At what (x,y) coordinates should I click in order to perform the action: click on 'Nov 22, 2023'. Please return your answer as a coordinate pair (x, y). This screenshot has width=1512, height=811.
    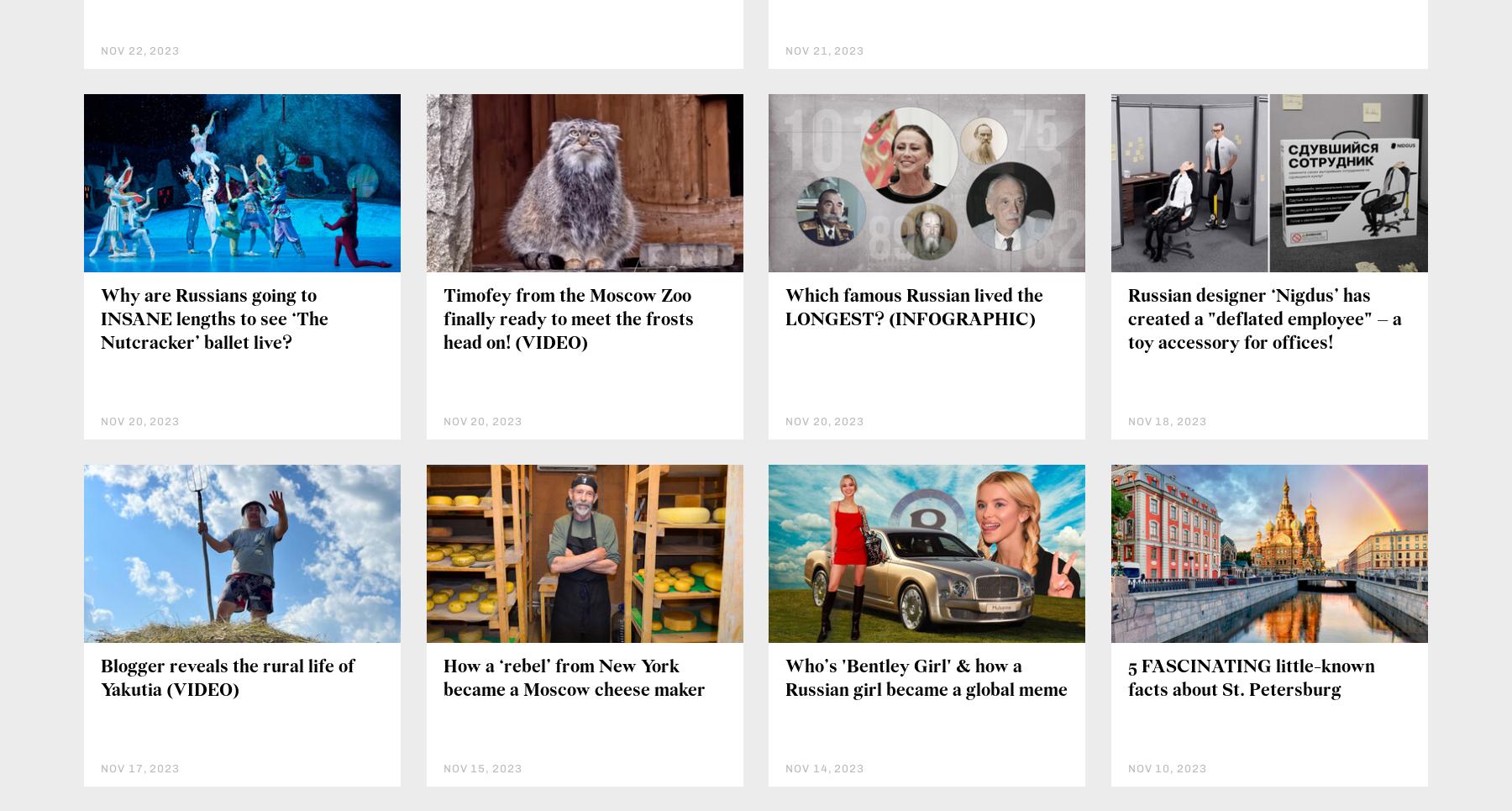
    Looking at the image, I should click on (140, 50).